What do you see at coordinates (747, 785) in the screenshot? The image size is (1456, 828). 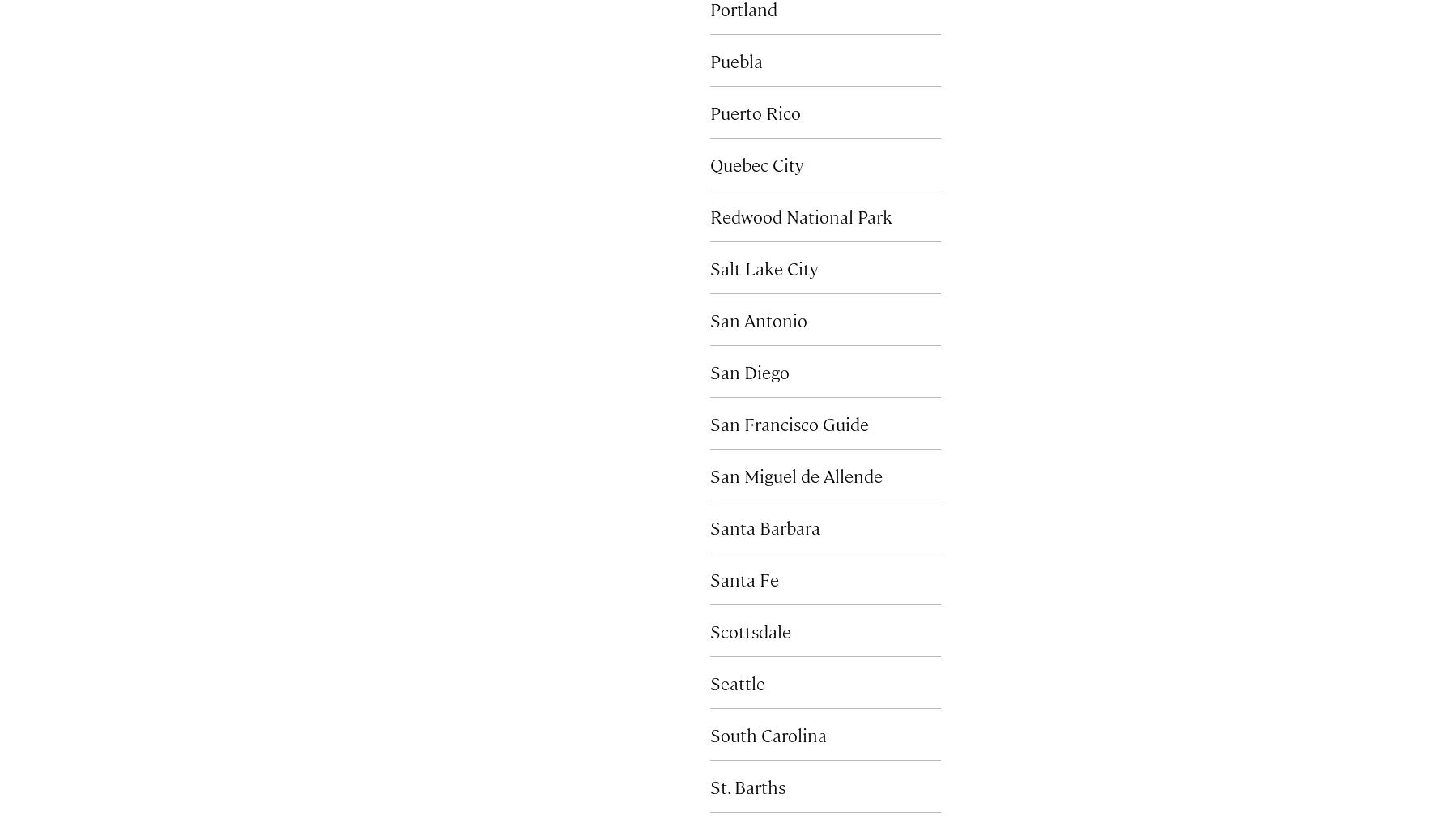 I see `'St. Barths'` at bounding box center [747, 785].